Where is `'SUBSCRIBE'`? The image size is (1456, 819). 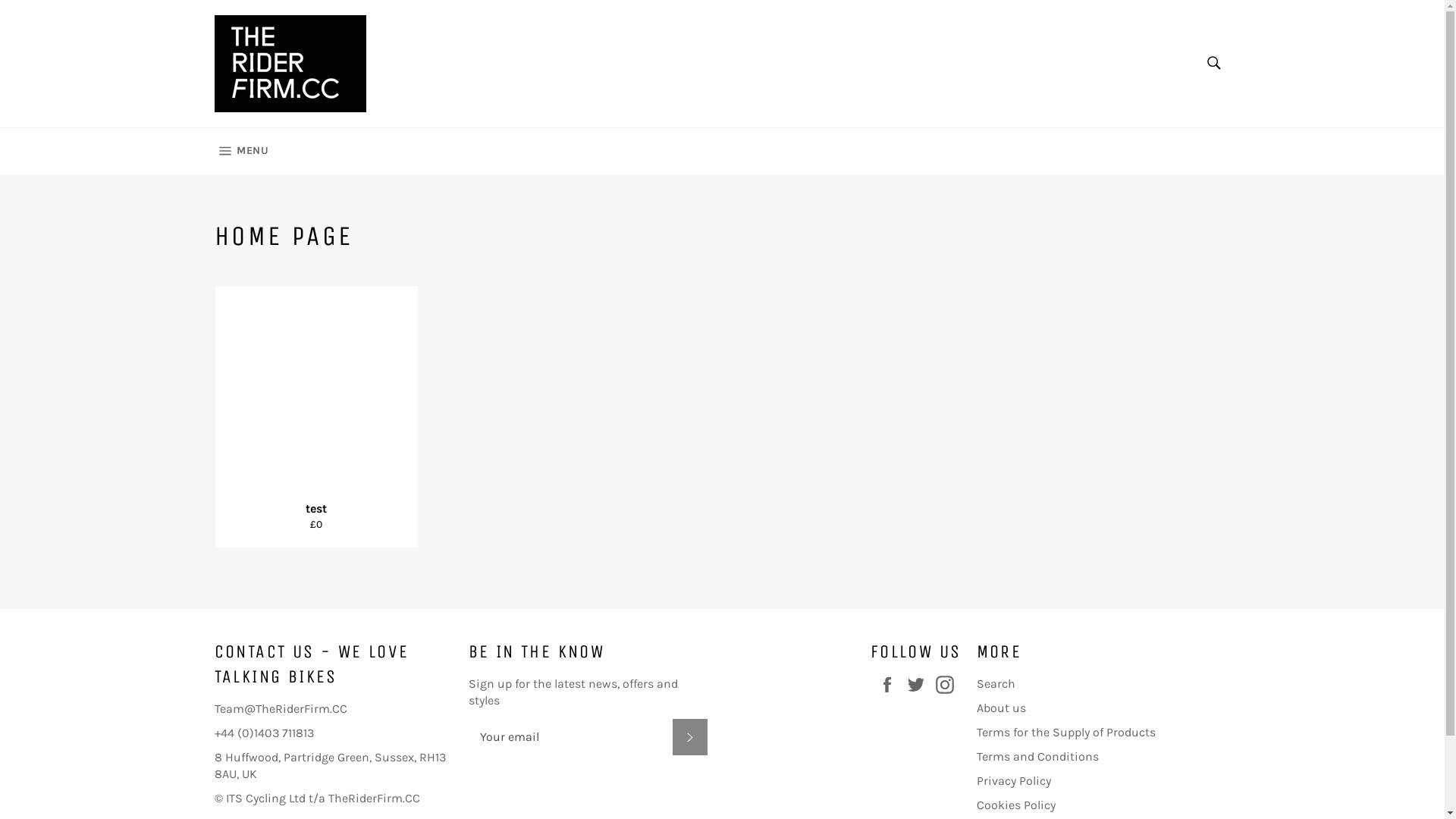 'SUBSCRIBE' is located at coordinates (688, 736).